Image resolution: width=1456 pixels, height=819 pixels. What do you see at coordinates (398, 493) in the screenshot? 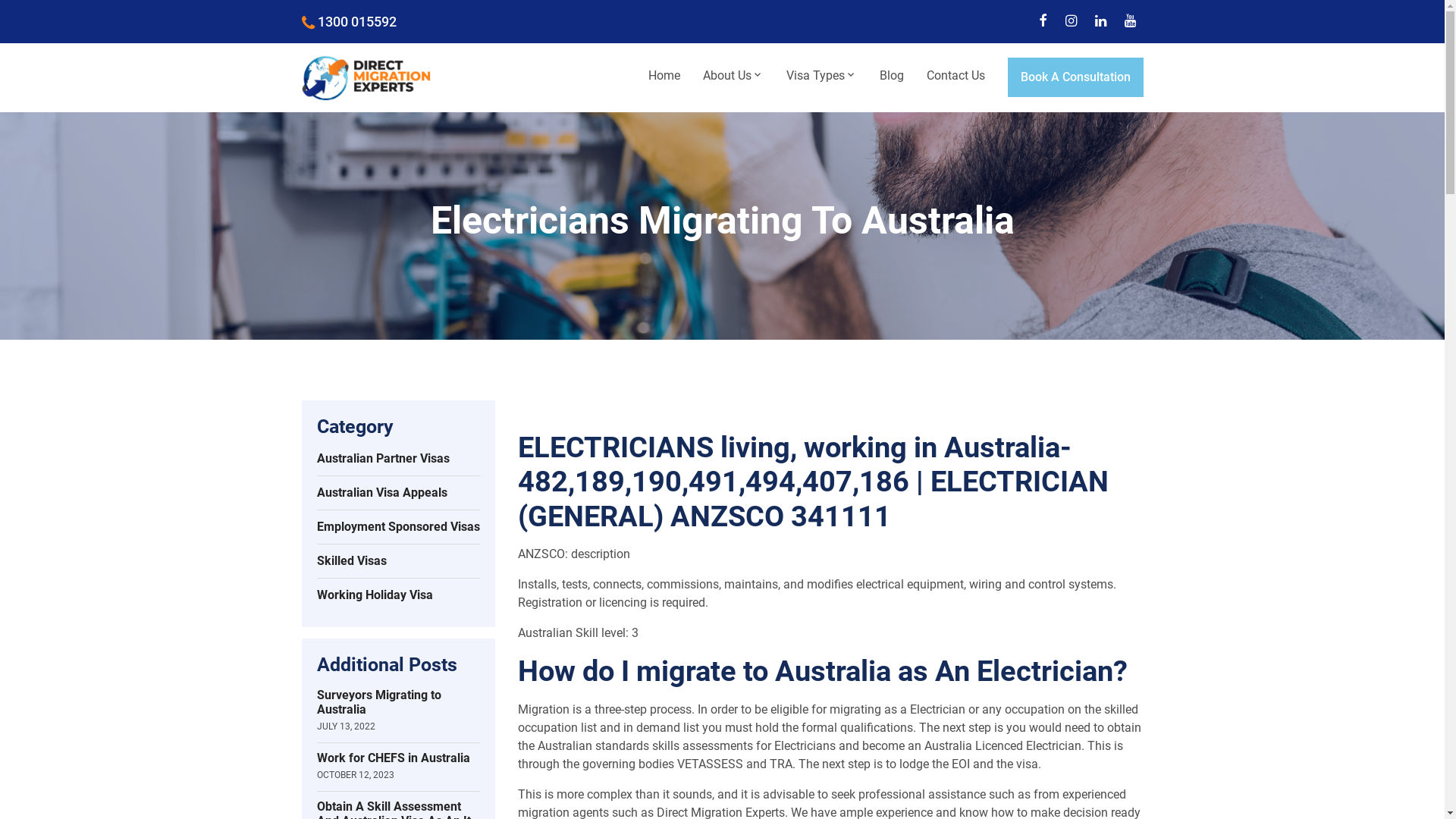
I see `'Australian Visa Appeals'` at bounding box center [398, 493].